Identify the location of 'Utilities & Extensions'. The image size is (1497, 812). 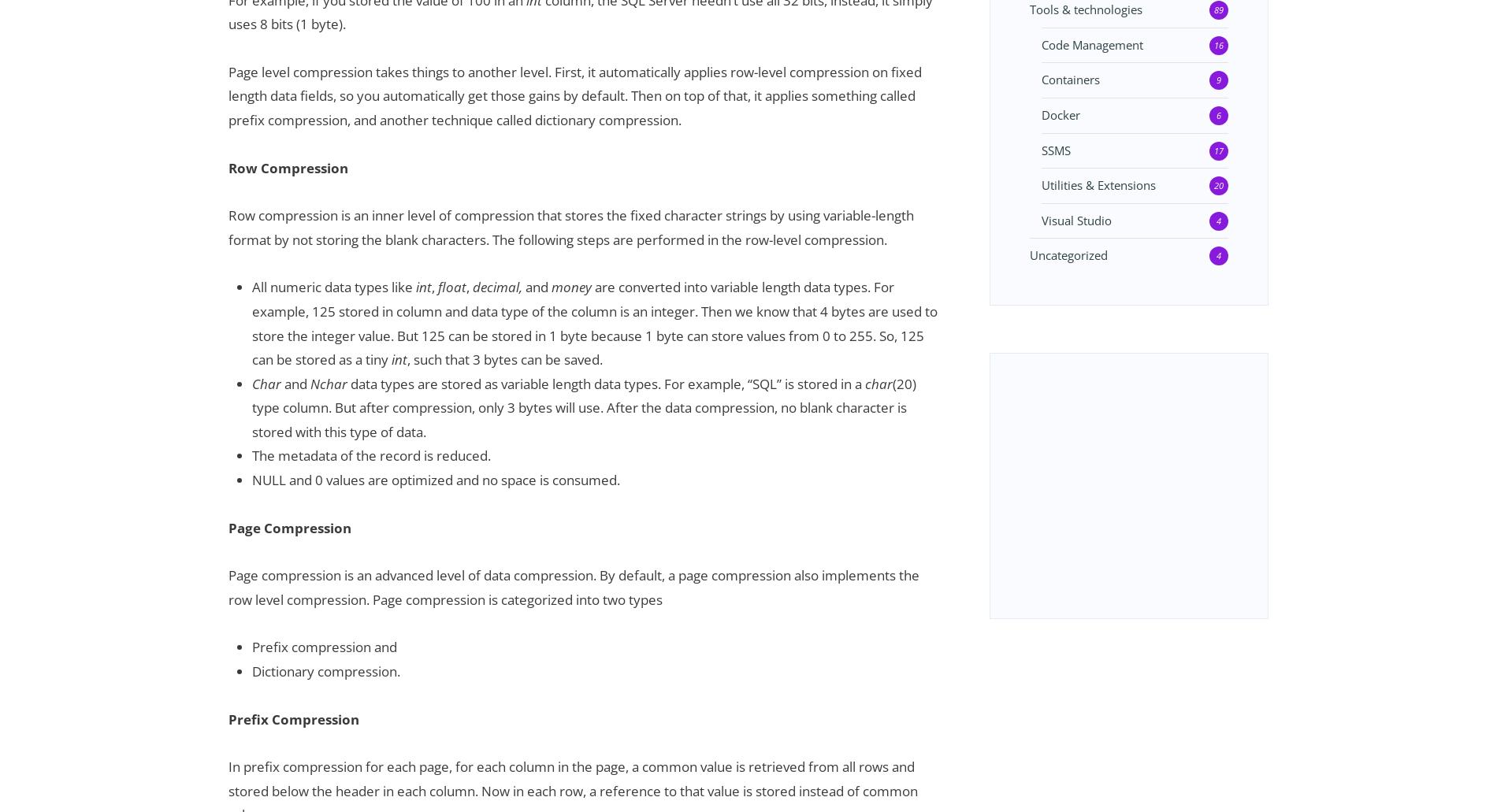
(1098, 184).